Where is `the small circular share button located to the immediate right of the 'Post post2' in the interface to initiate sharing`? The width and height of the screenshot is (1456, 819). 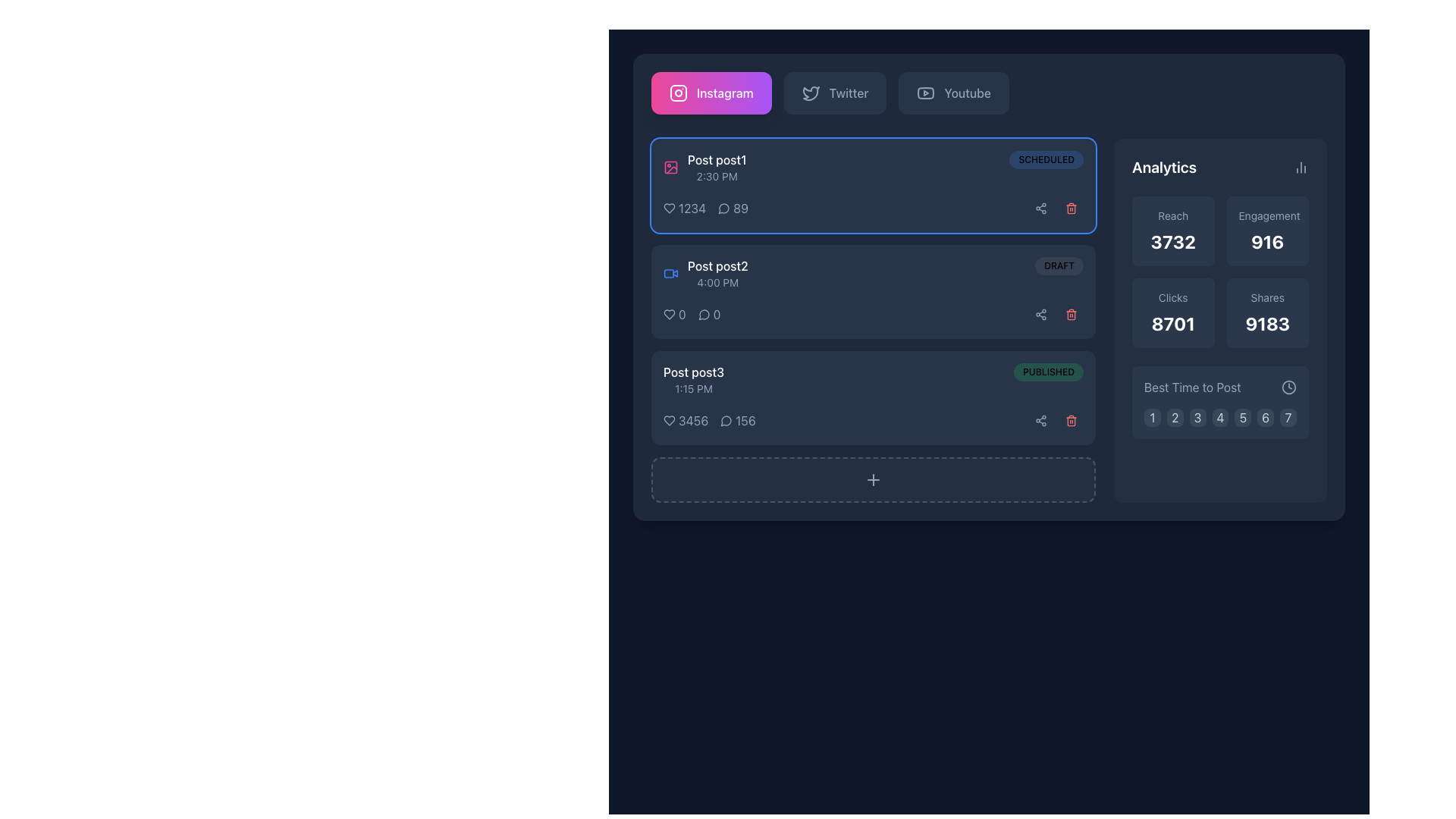
the small circular share button located to the immediate right of the 'Post post2' in the interface to initiate sharing is located at coordinates (1040, 314).